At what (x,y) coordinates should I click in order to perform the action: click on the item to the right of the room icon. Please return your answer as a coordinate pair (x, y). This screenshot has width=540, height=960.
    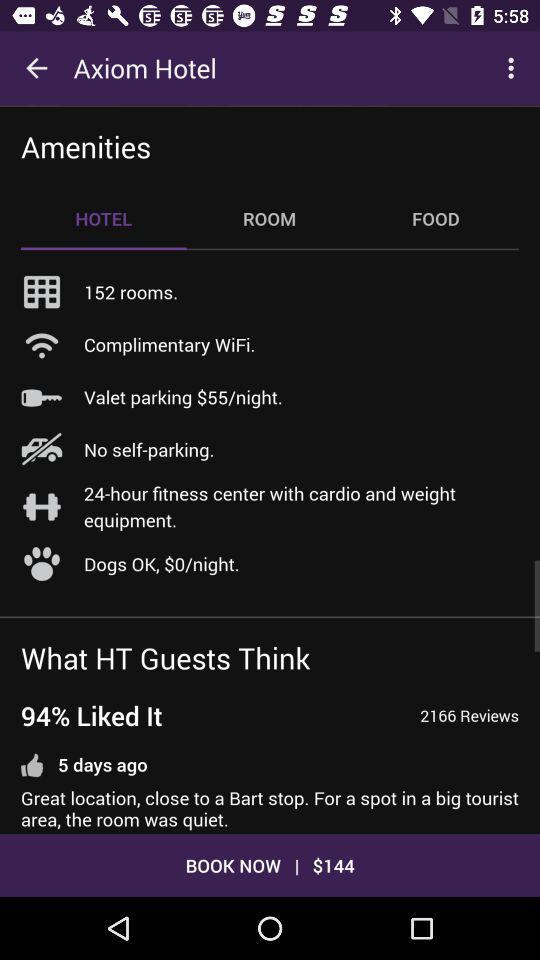
    Looking at the image, I should click on (434, 218).